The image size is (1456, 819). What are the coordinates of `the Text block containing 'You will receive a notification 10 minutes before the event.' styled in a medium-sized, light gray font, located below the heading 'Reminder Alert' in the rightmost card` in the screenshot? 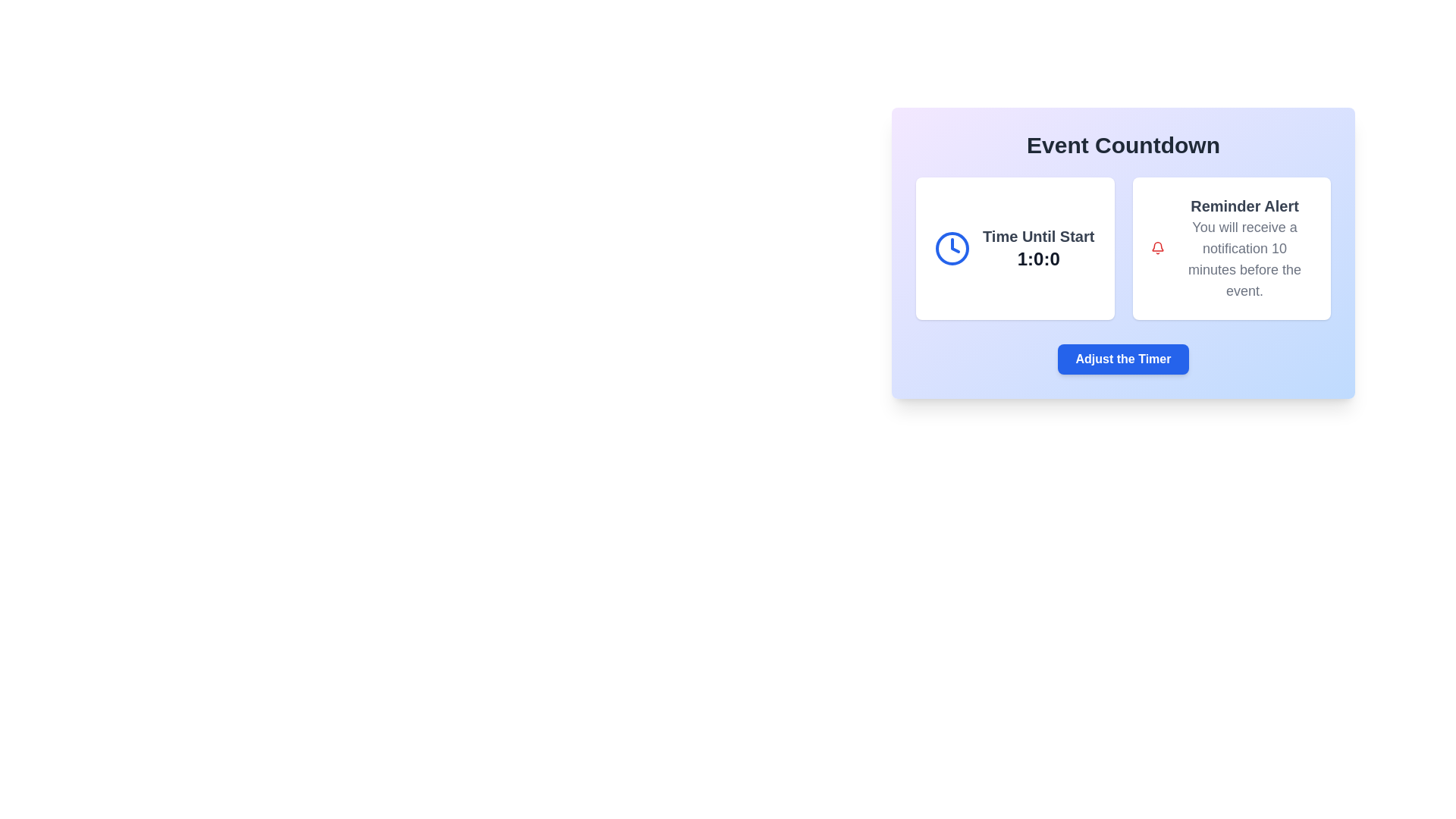 It's located at (1244, 259).